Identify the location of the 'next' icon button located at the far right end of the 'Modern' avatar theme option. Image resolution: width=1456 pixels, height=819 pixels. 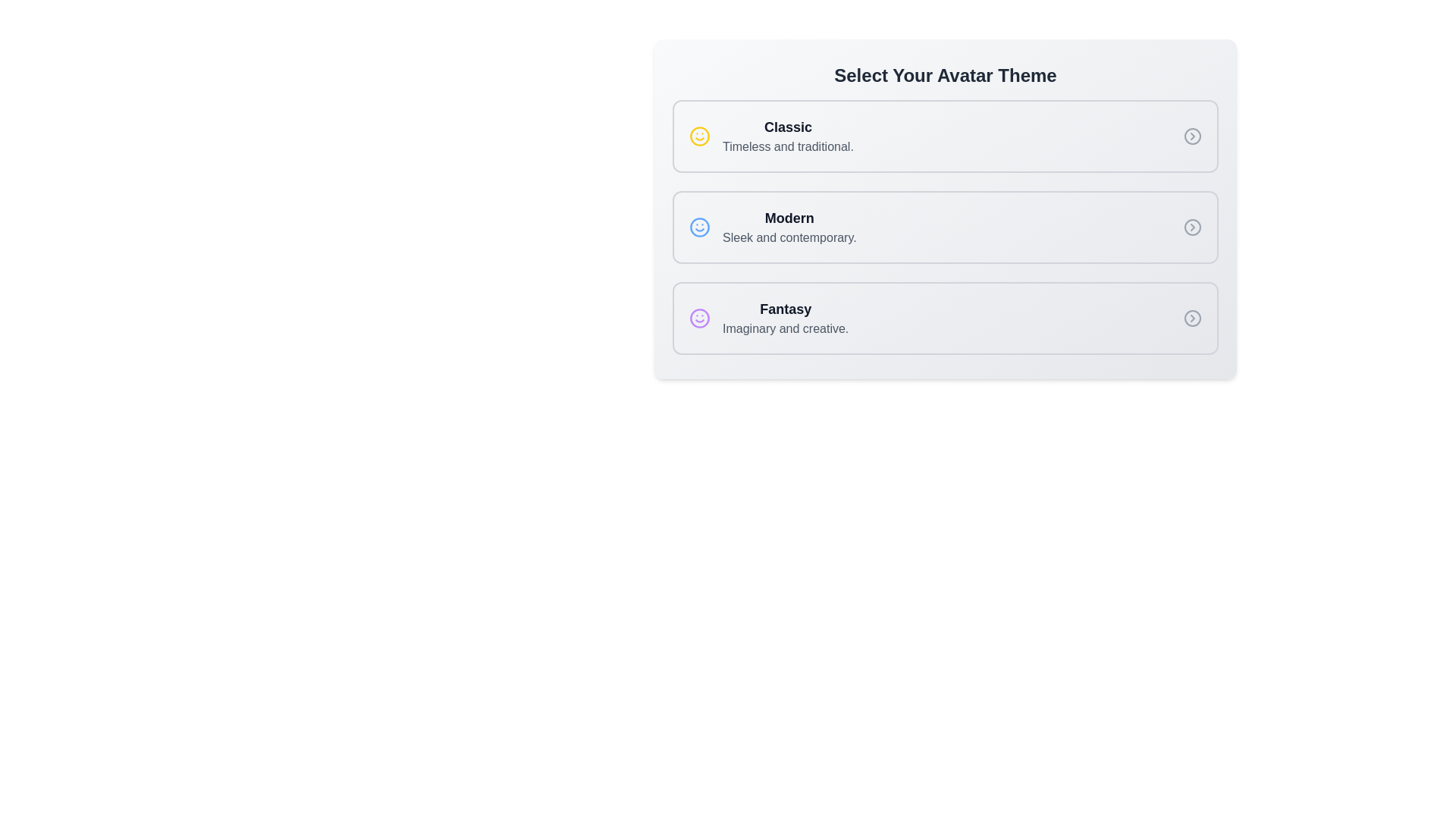
(1192, 227).